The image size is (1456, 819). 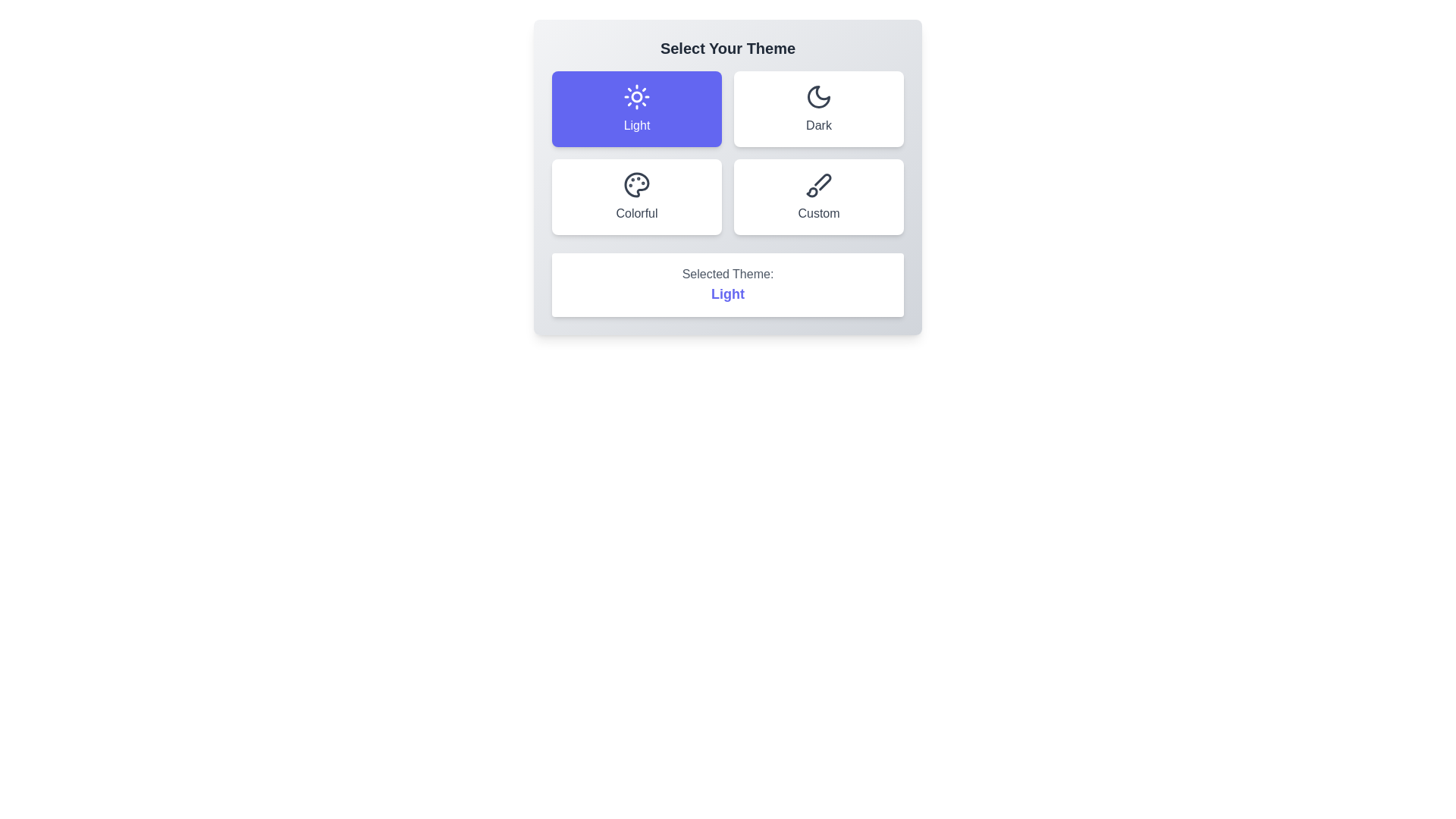 What do you see at coordinates (818, 196) in the screenshot?
I see `the theme button labeled Custom to observe the hover effect` at bounding box center [818, 196].